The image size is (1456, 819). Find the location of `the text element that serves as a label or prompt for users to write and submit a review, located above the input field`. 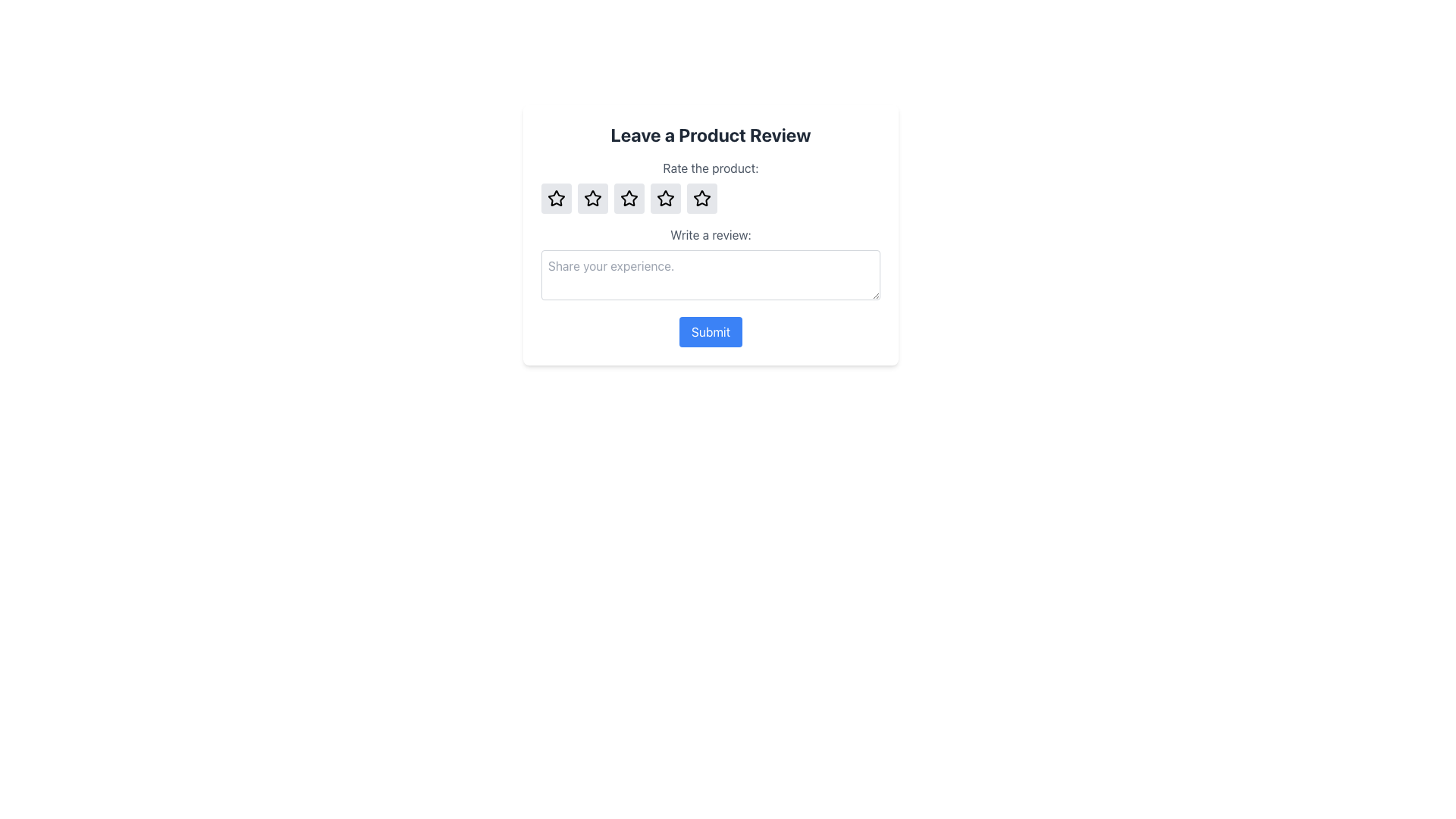

the text element that serves as a label or prompt for users to write and submit a review, located above the input field is located at coordinates (710, 234).